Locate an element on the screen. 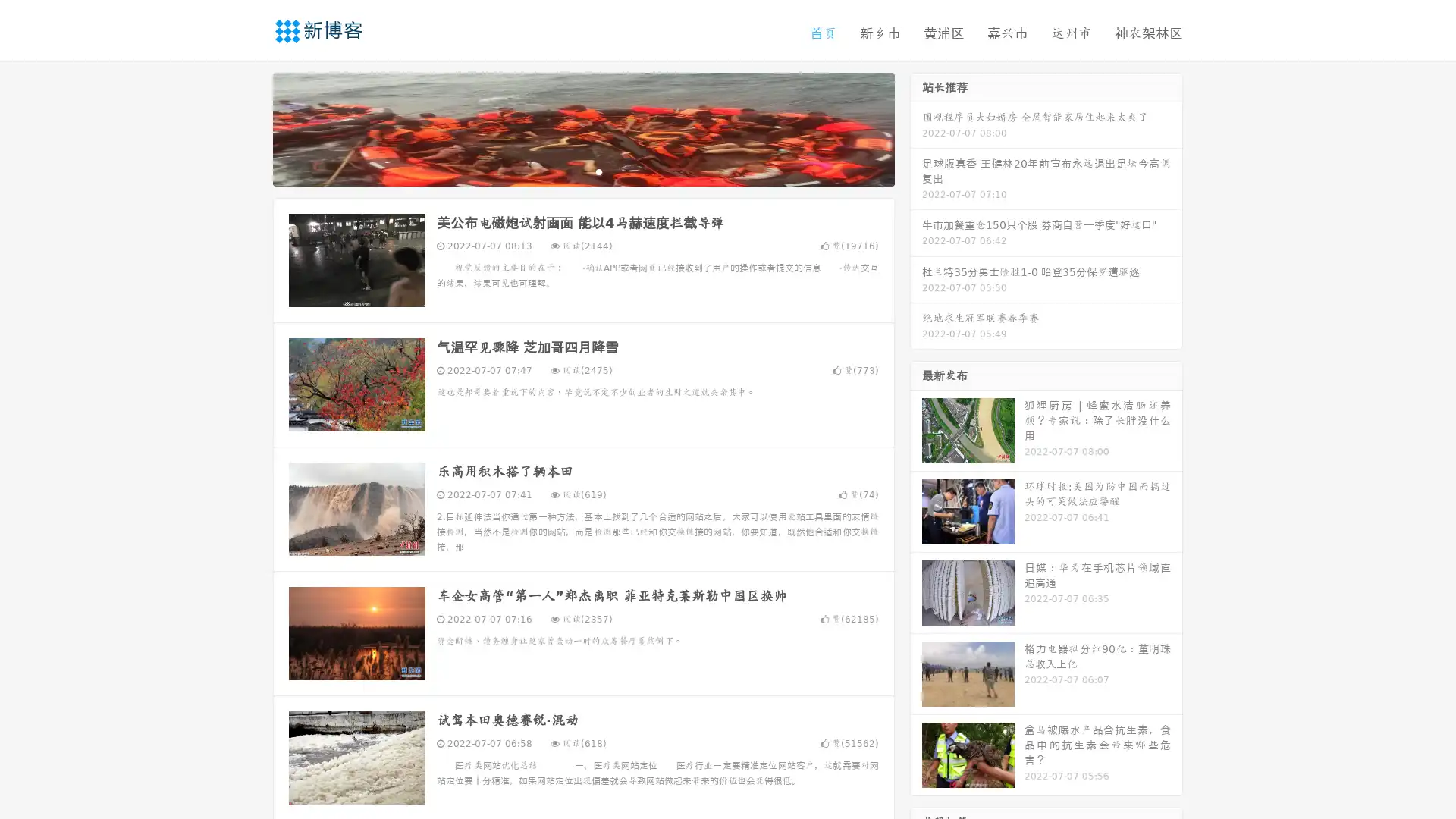 Image resolution: width=1456 pixels, height=819 pixels. Previous slide is located at coordinates (250, 127).